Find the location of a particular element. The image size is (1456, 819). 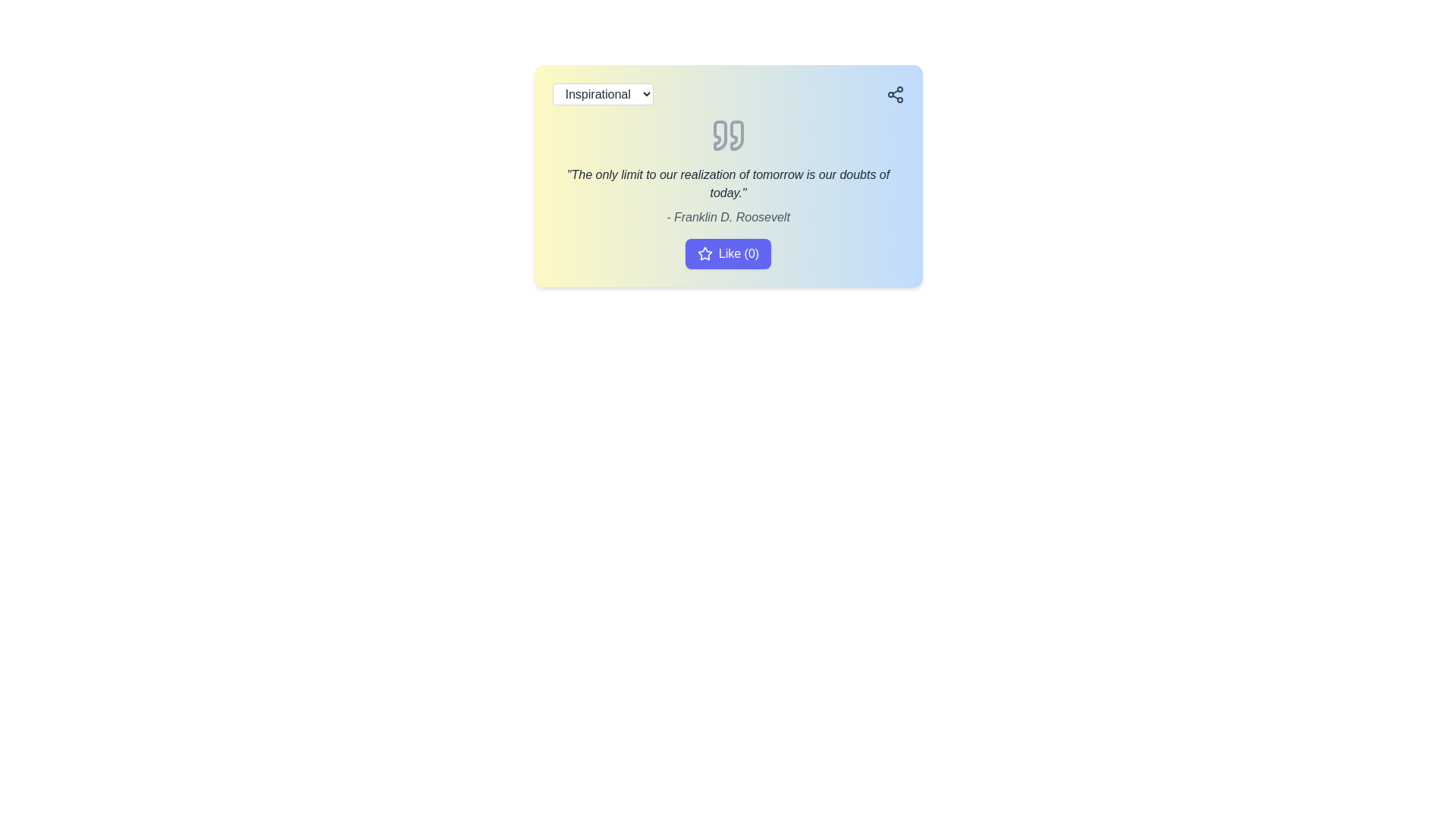

the Share/Connect icon located at the top-right corner of the card-like component is located at coordinates (895, 94).